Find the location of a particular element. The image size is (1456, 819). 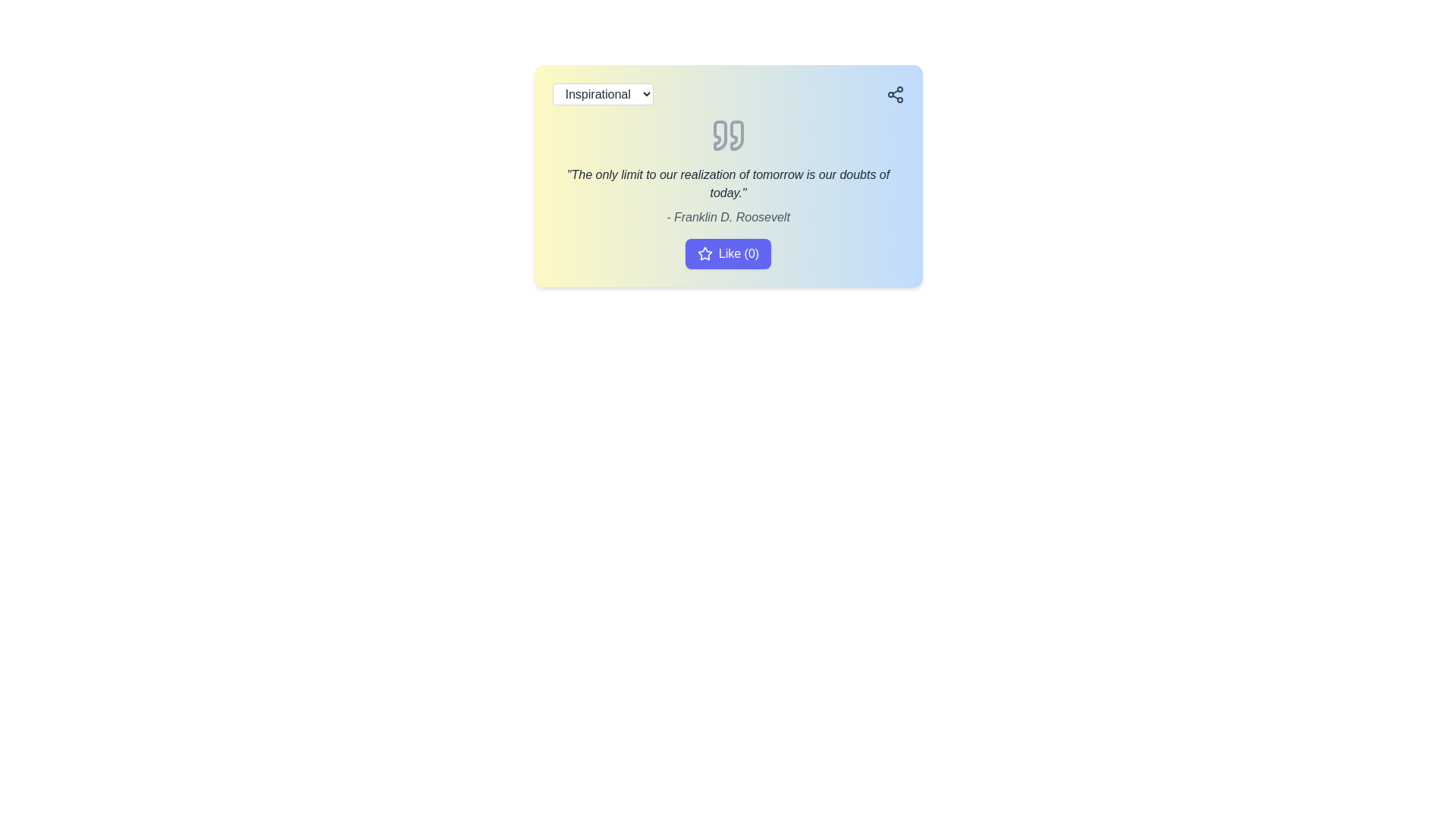

the Share/Connect icon located at the top-right corner of the card-like component is located at coordinates (895, 94).